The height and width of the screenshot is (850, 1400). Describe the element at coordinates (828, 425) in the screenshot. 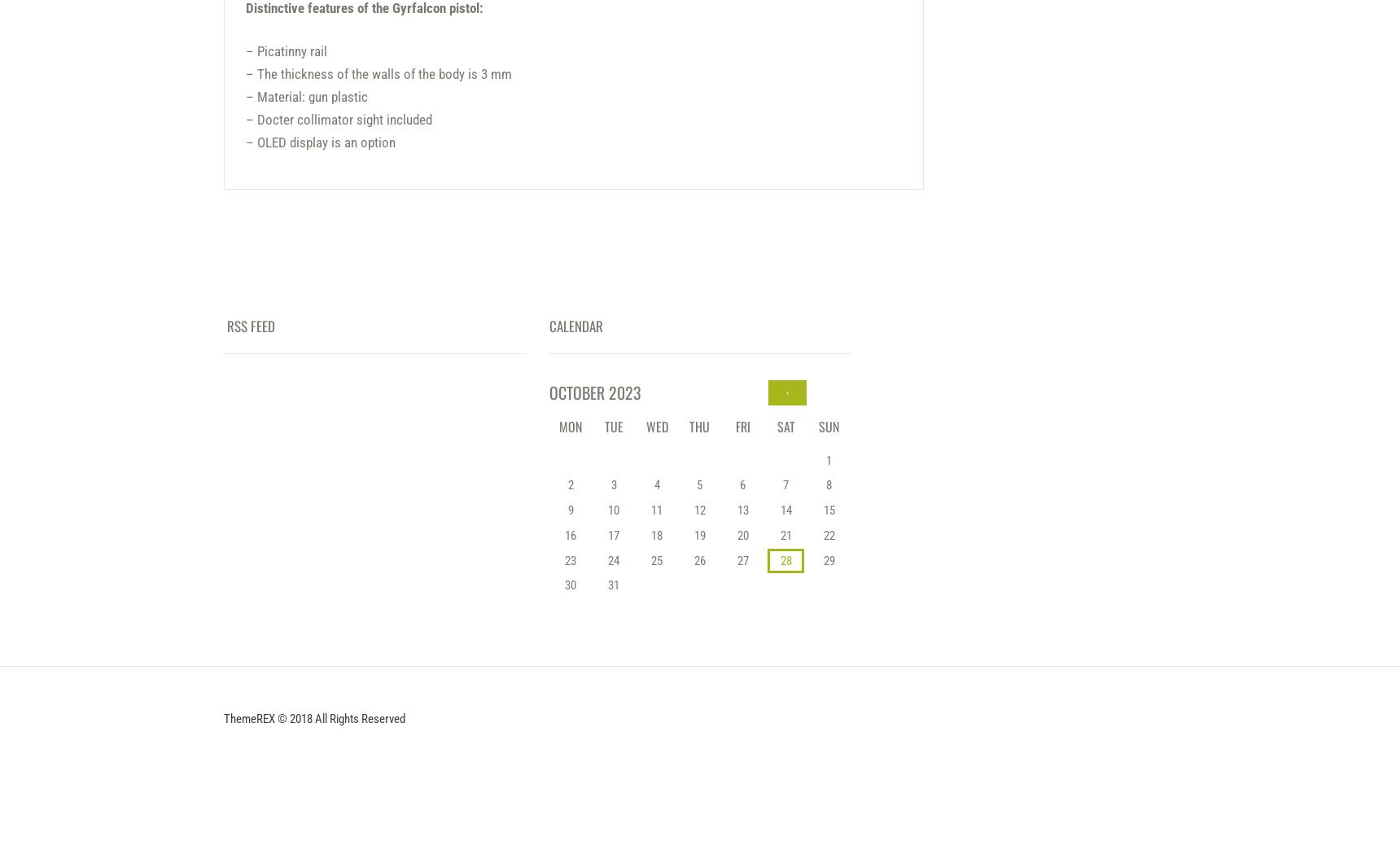

I see `'Sun'` at that location.